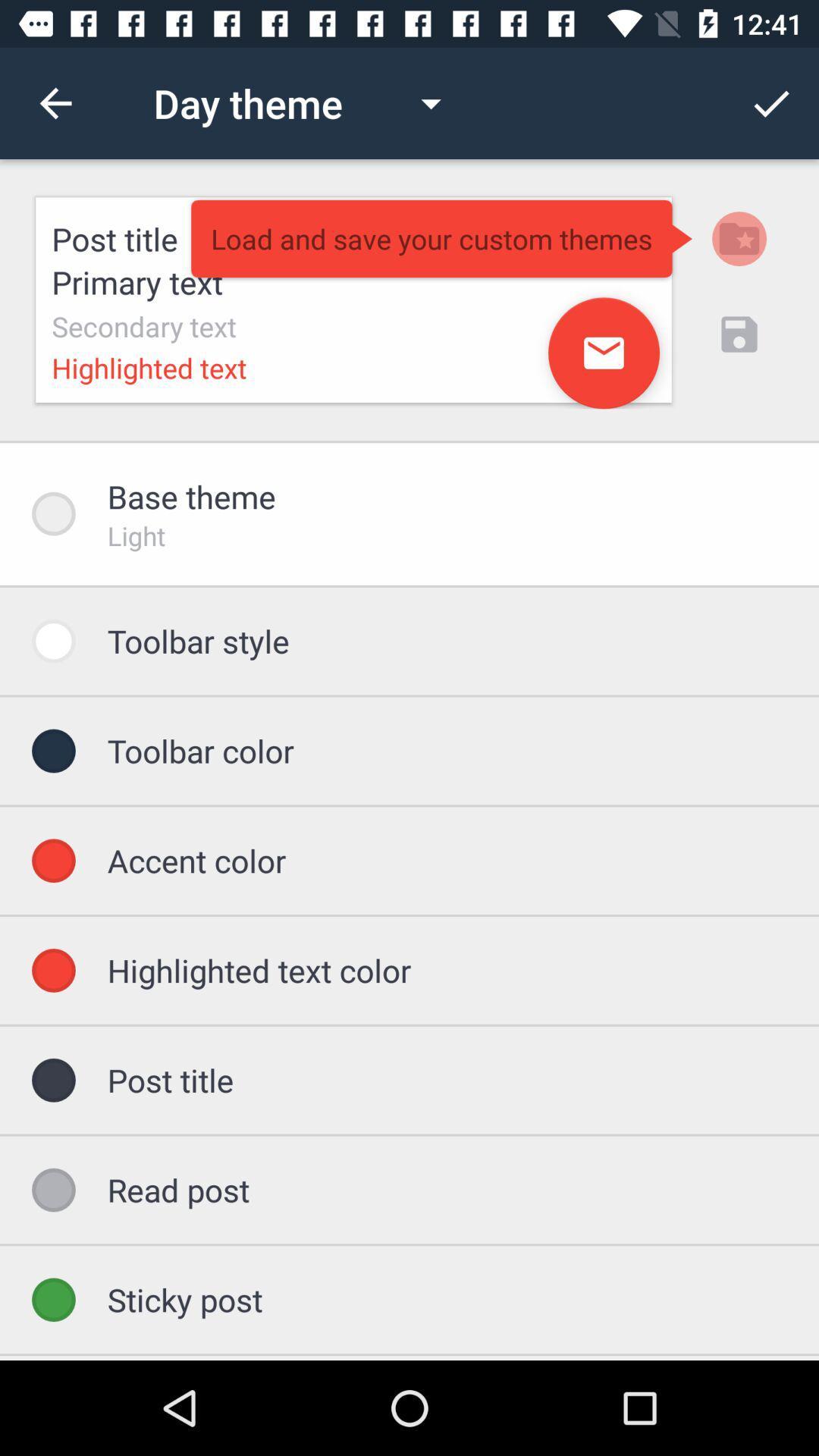  Describe the element at coordinates (739, 238) in the screenshot. I see `the second icon from the right top of the page` at that location.